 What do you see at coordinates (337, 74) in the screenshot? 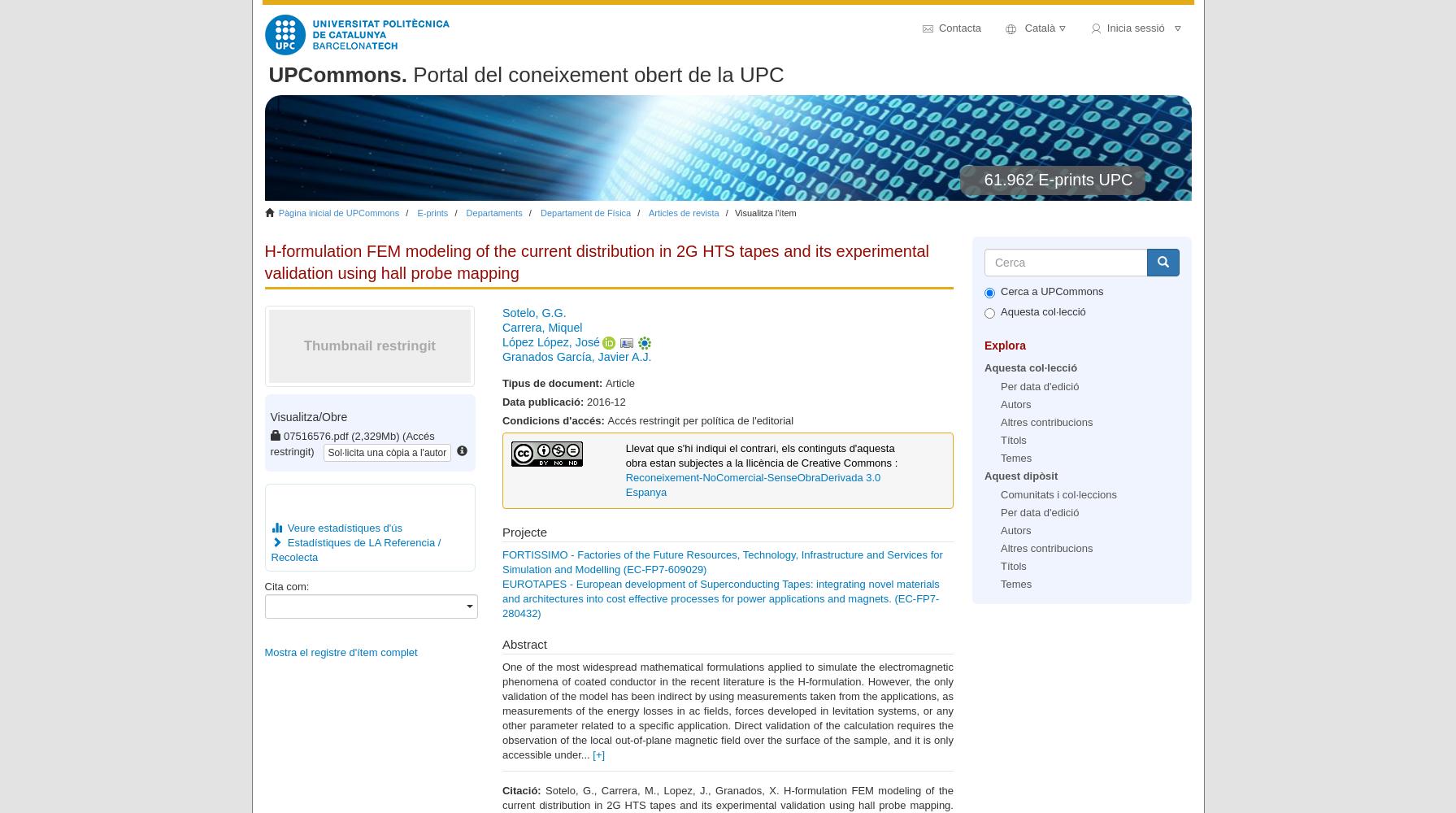
I see `'UPCommons.'` at bounding box center [337, 74].